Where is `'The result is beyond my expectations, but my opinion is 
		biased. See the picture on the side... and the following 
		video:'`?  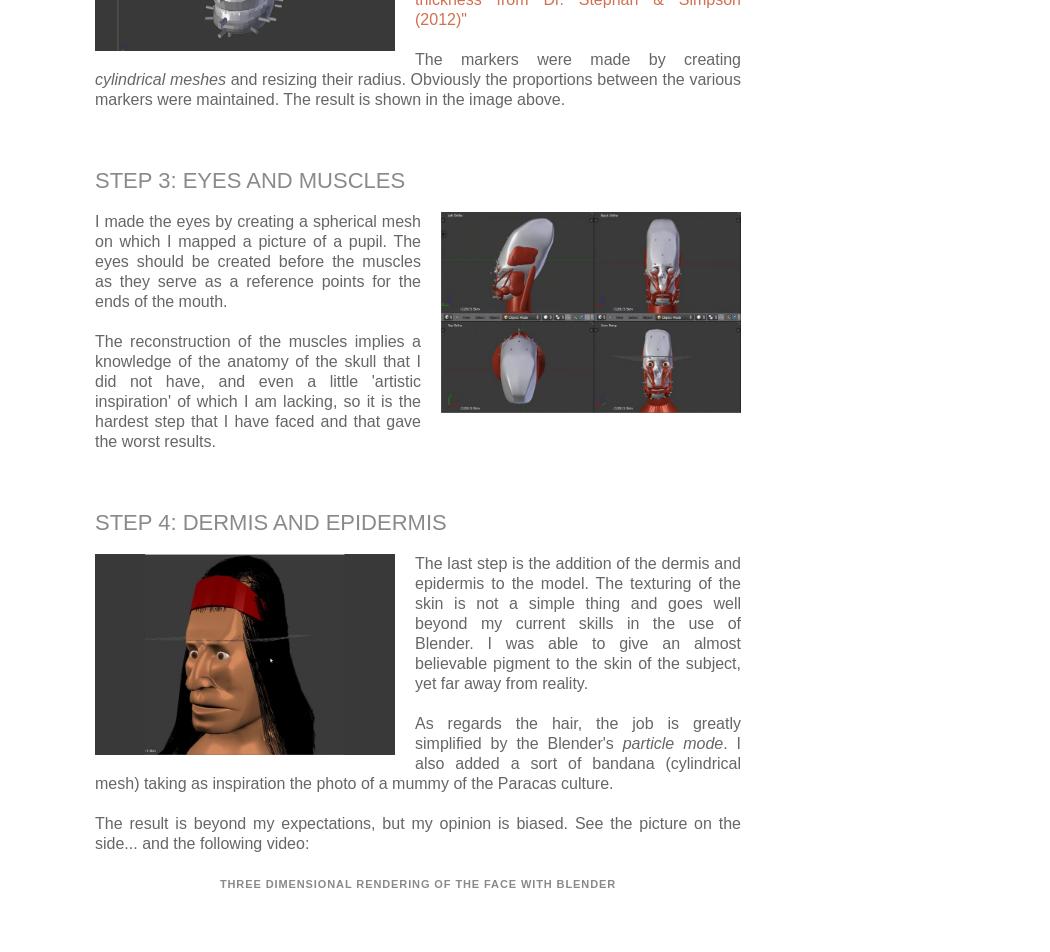
'The result is beyond my expectations, but my opinion is 
		biased. See the picture on the side... and the following 
		video:' is located at coordinates (417, 832).